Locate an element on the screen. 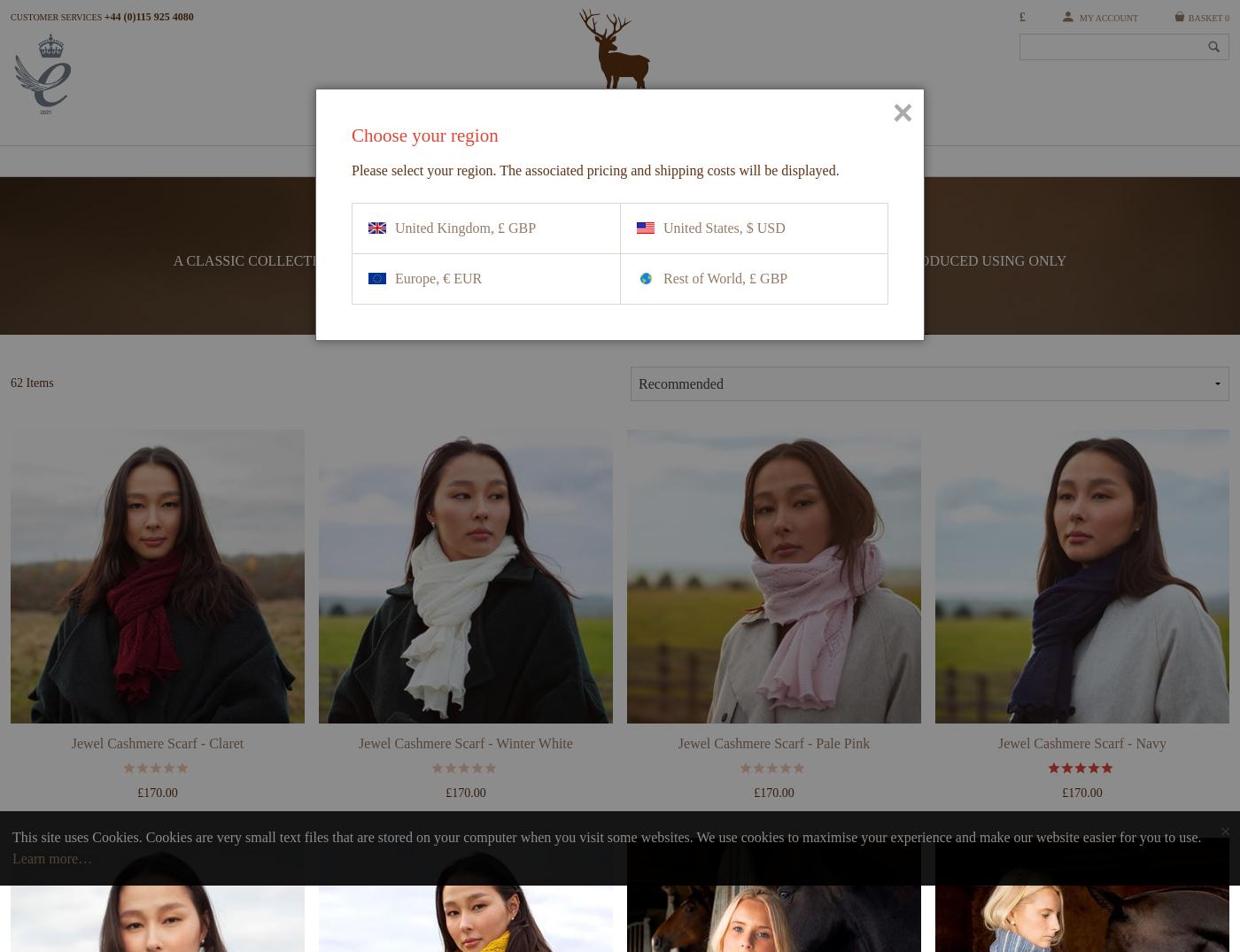 The height and width of the screenshot is (952, 1240). 'Choose your region' is located at coordinates (424, 135).